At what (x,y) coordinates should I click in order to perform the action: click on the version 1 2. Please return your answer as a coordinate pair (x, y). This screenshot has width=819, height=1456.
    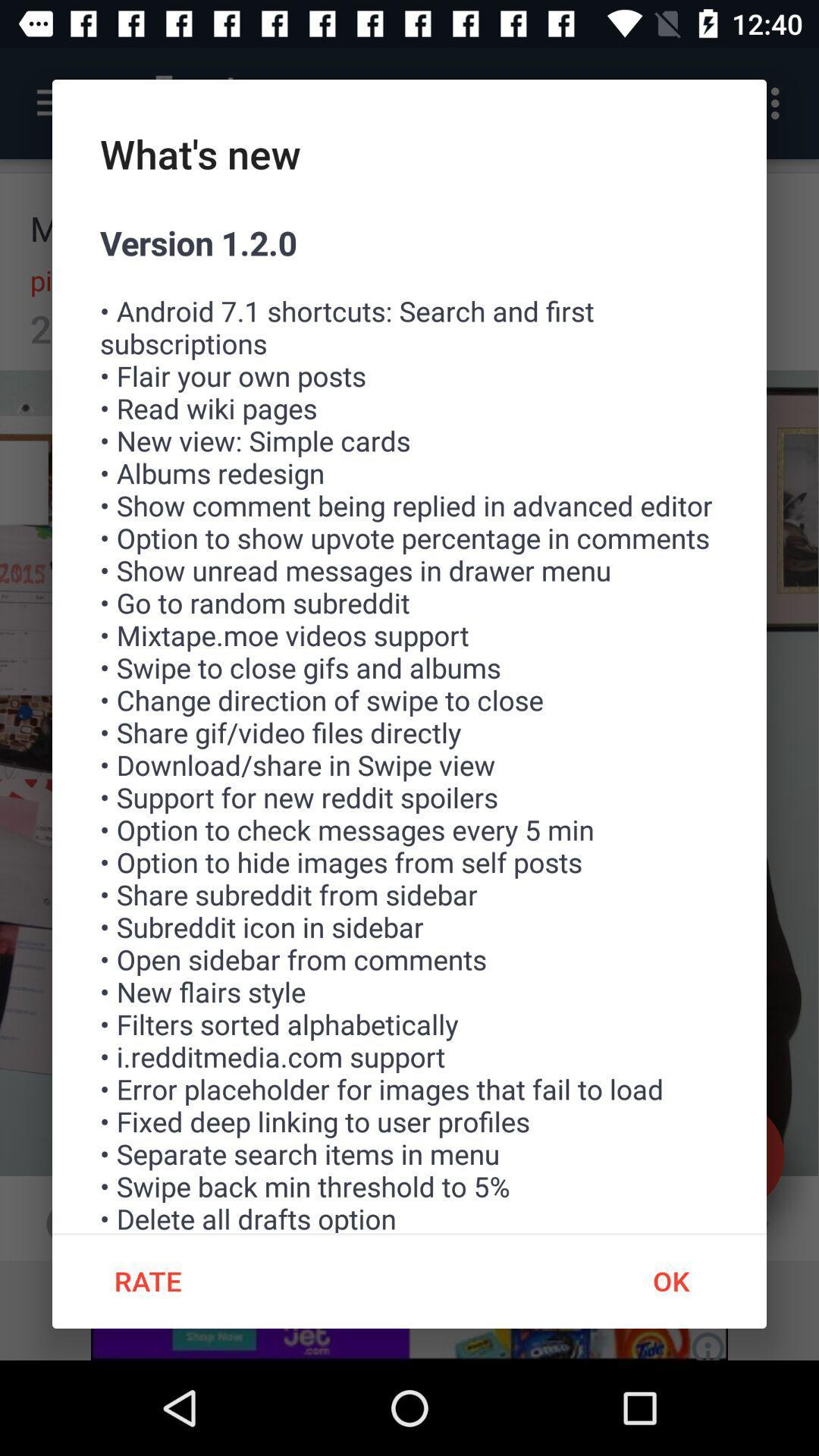
    Looking at the image, I should click on (409, 726).